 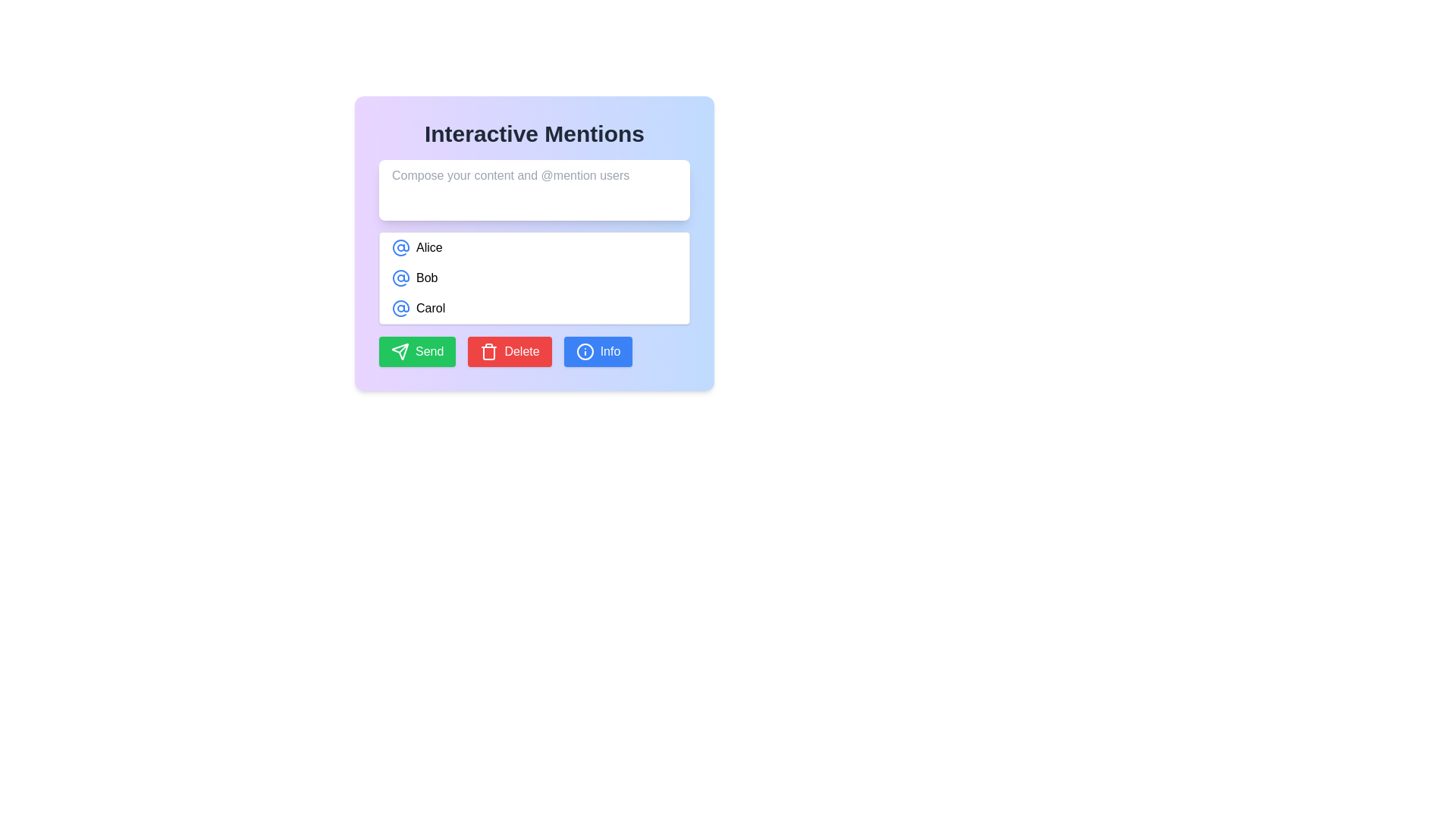 What do you see at coordinates (400, 278) in the screenshot?
I see `the circular, blue-colored '@' icon located next to the text 'Bob' in the interactive mentions section` at bounding box center [400, 278].